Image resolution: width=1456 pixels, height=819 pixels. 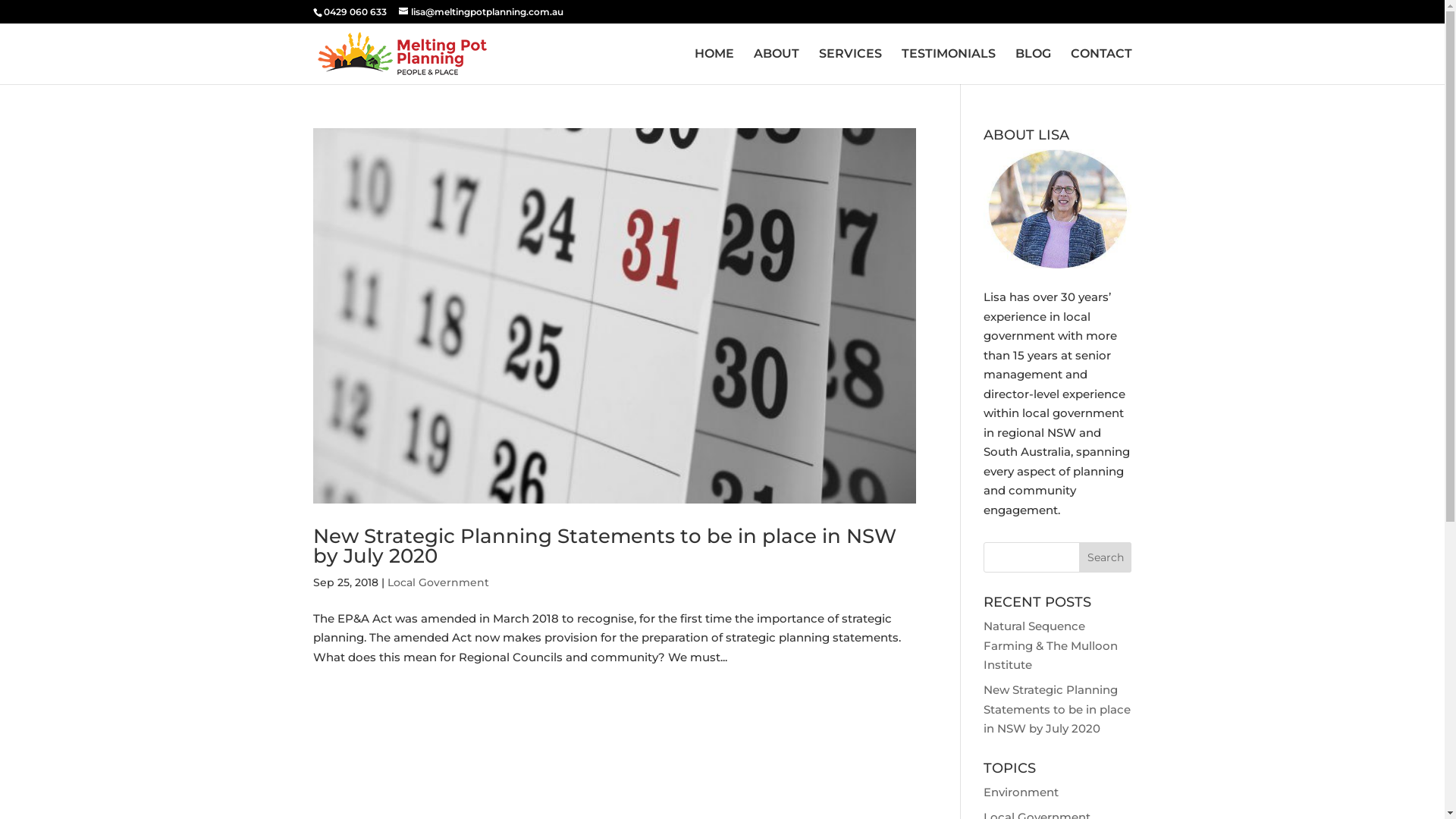 What do you see at coordinates (776, 65) in the screenshot?
I see `'ABOUT'` at bounding box center [776, 65].